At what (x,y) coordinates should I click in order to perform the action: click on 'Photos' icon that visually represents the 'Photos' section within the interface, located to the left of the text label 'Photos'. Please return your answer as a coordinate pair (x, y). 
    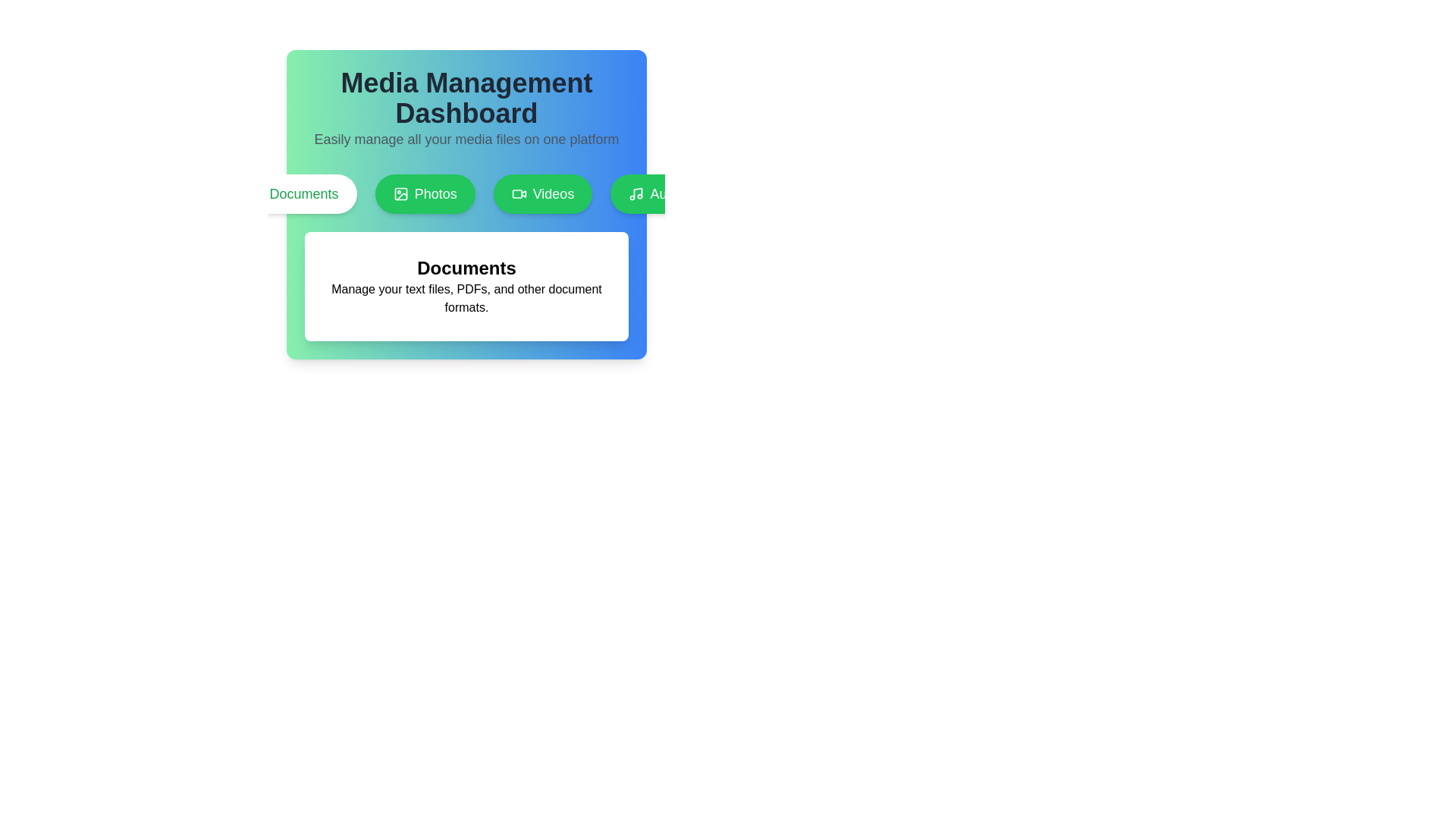
    Looking at the image, I should click on (400, 193).